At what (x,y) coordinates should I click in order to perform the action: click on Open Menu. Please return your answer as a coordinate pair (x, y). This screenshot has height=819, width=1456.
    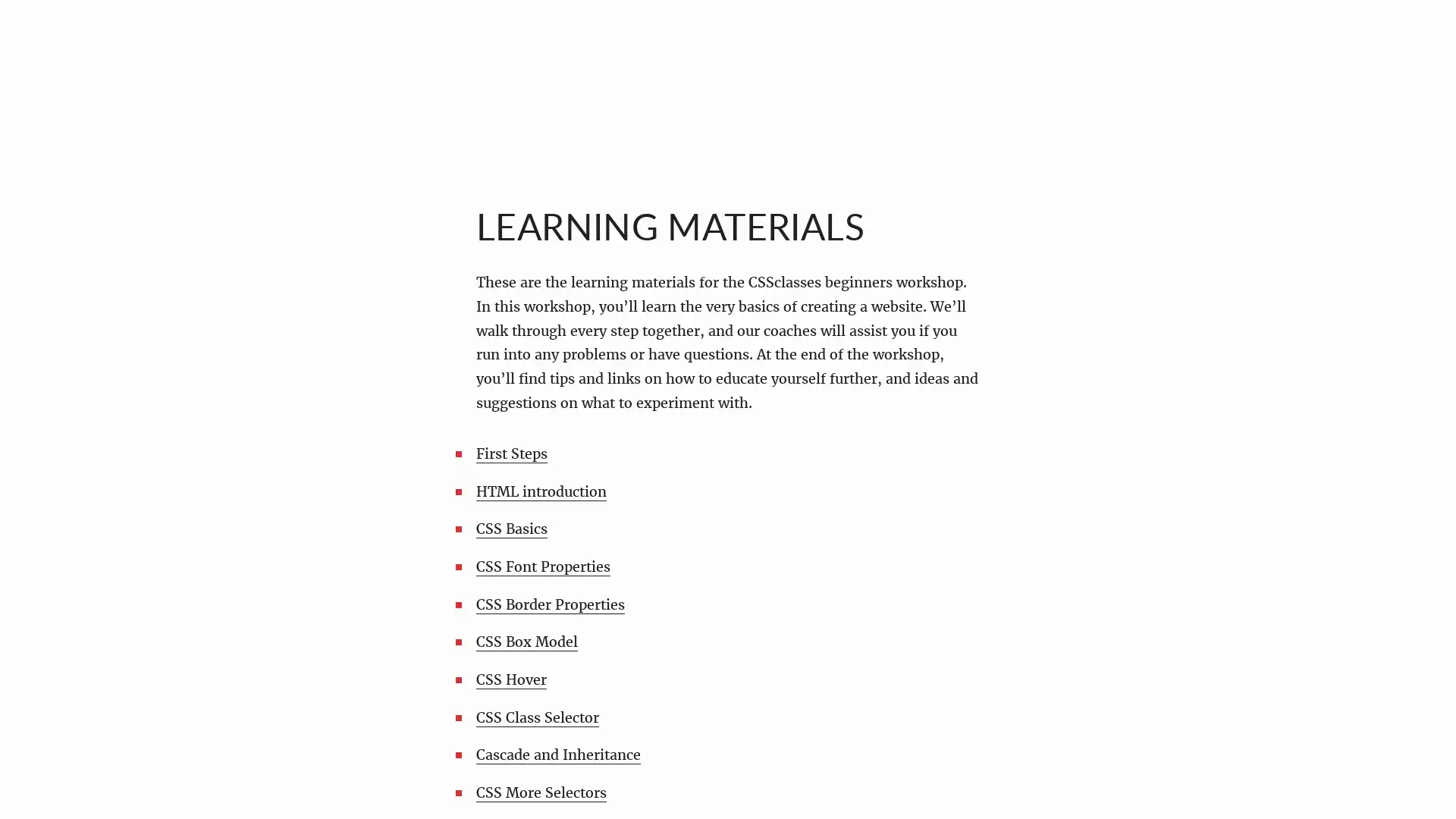
    Looking at the image, I should click on (49, 48).